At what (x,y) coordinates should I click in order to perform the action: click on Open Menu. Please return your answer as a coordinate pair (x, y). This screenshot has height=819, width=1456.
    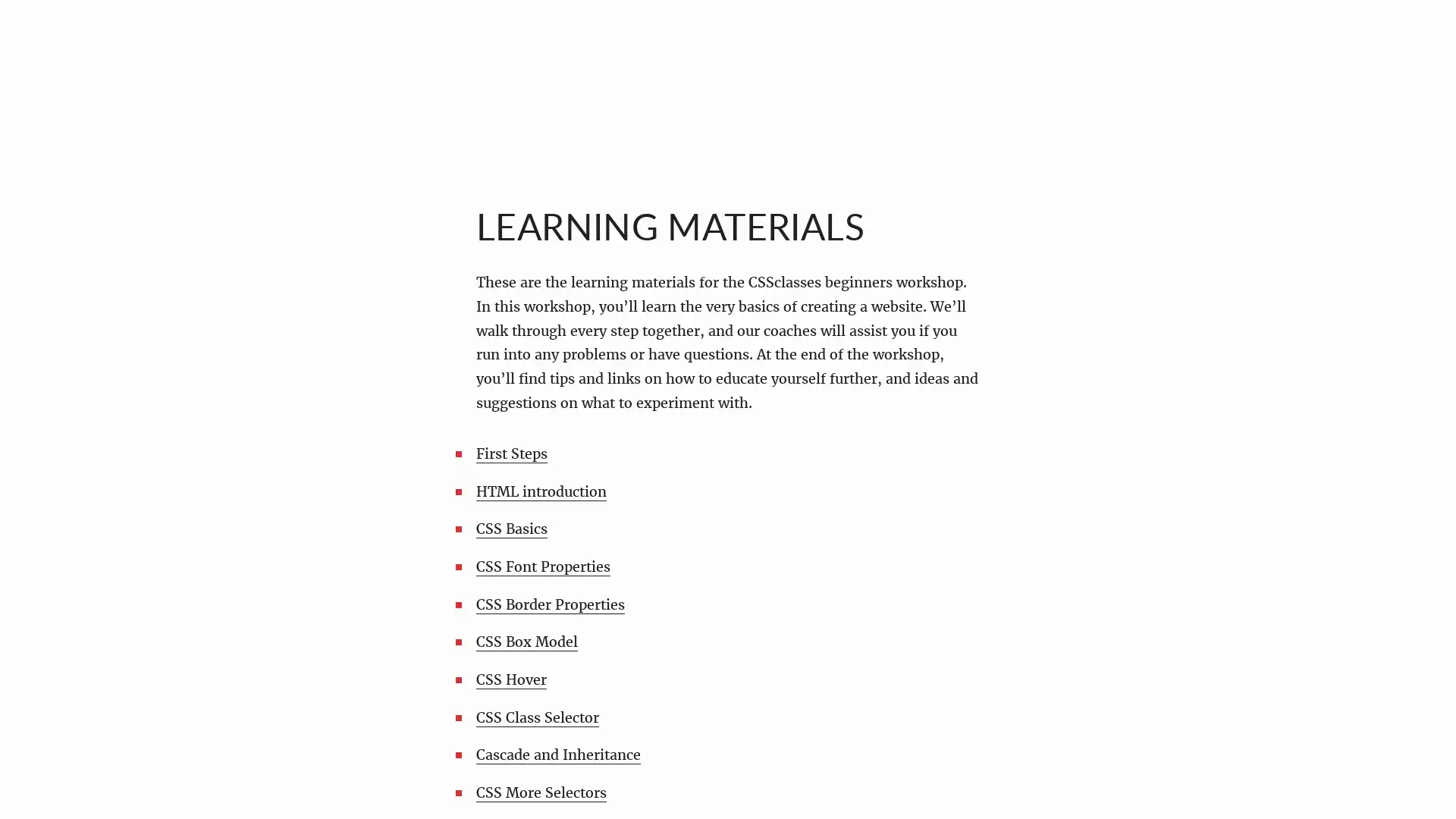
    Looking at the image, I should click on (49, 48).